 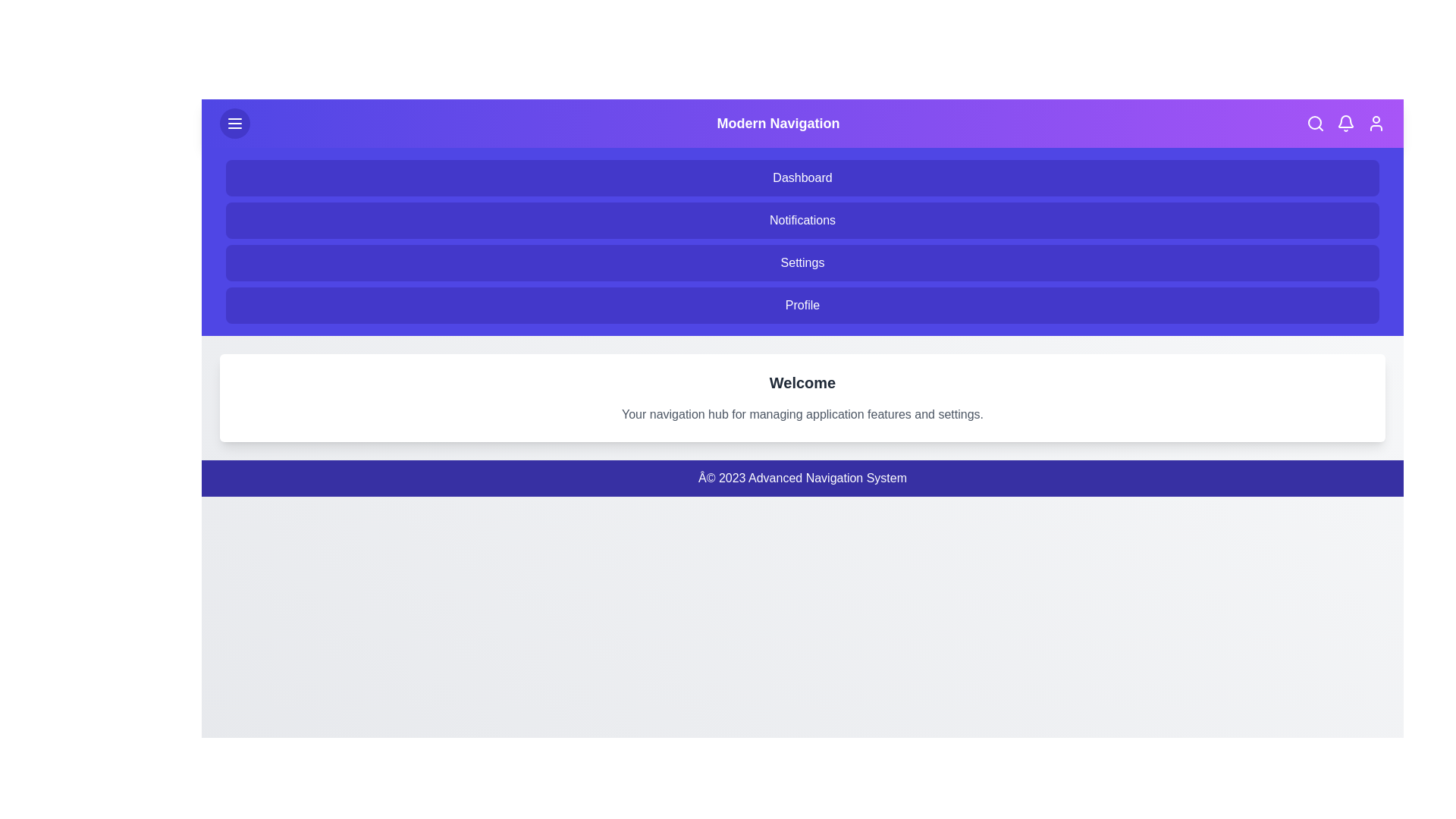 I want to click on the 'Settings' menu item in the navigation bar, so click(x=802, y=262).